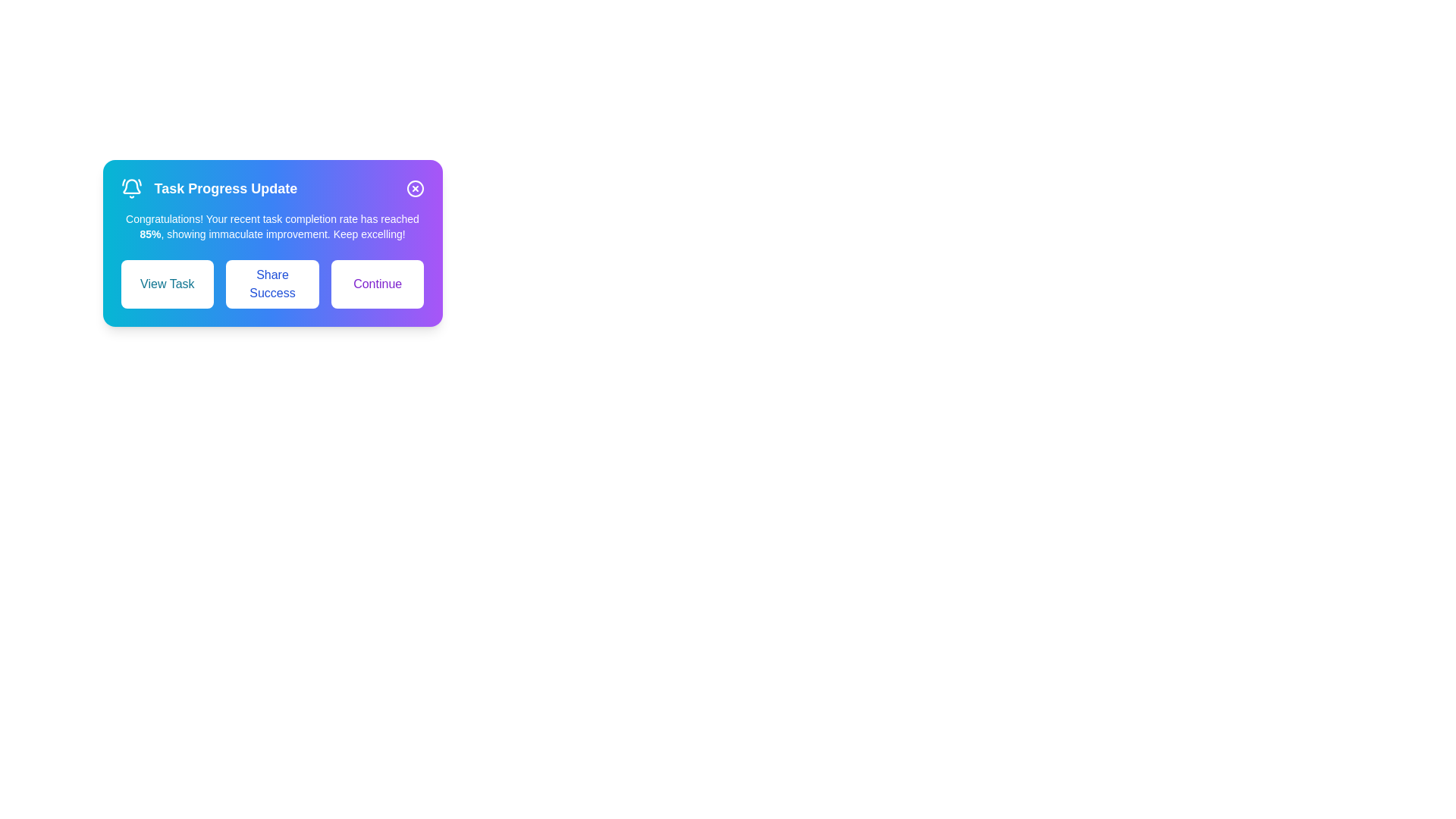 This screenshot has width=1456, height=819. Describe the element at coordinates (167, 284) in the screenshot. I see `the 'View Task' button` at that location.